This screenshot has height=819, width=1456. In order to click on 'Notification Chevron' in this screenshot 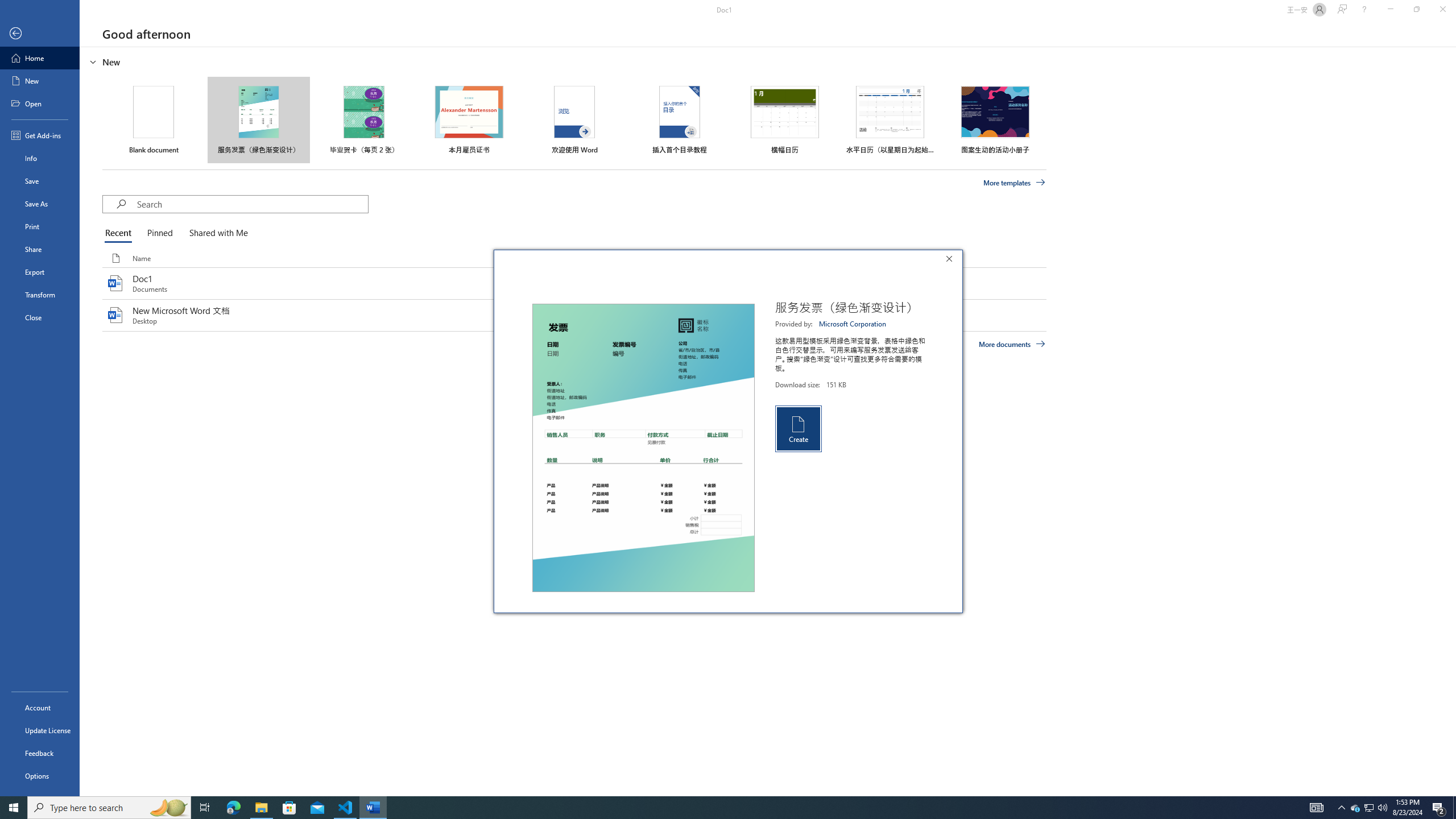, I will do `click(1342, 806)`.